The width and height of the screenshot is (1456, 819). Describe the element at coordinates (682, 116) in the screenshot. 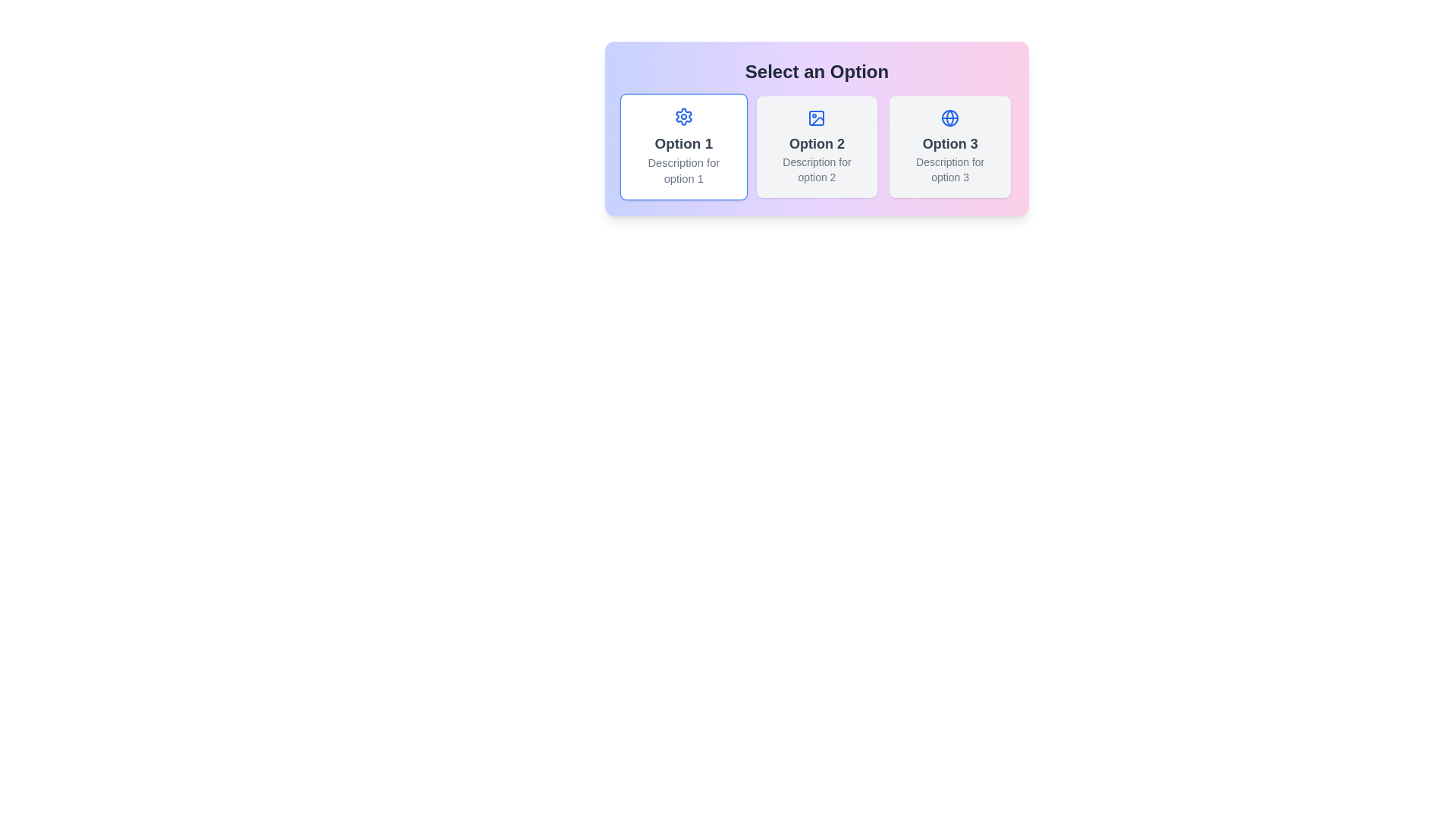

I see `the settings icon located at the top-center of the card representing Option 1, above the text content` at that location.